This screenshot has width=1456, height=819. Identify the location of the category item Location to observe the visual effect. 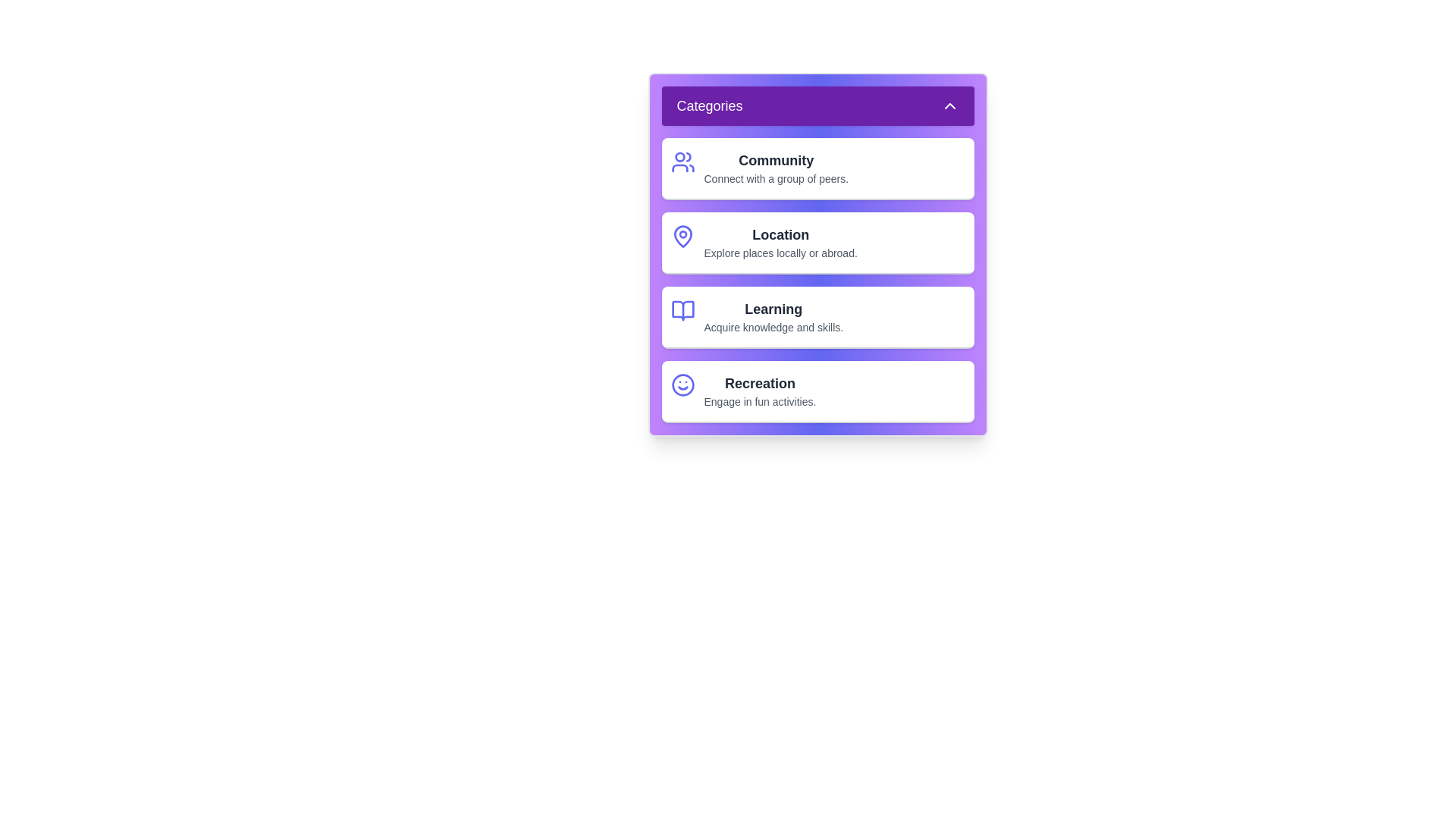
(817, 242).